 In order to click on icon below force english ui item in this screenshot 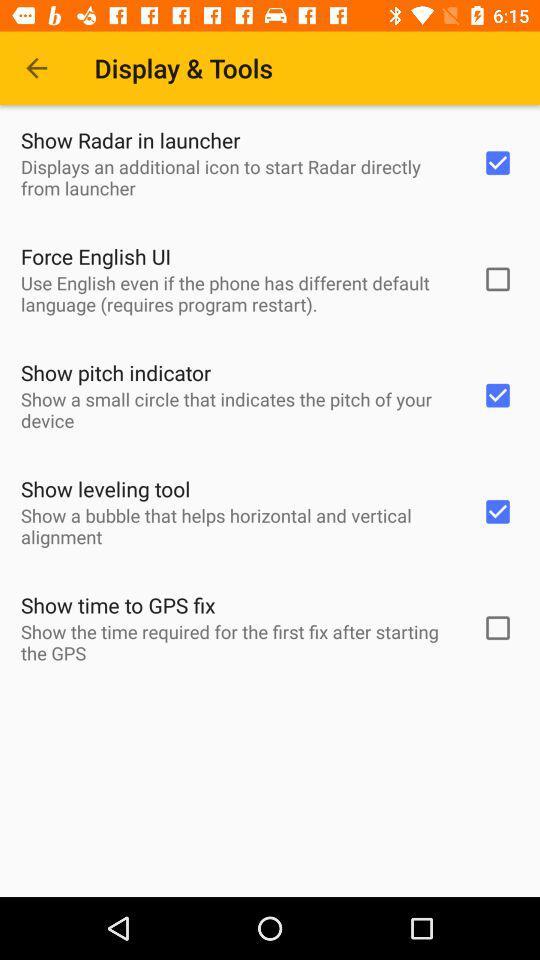, I will do `click(238, 292)`.